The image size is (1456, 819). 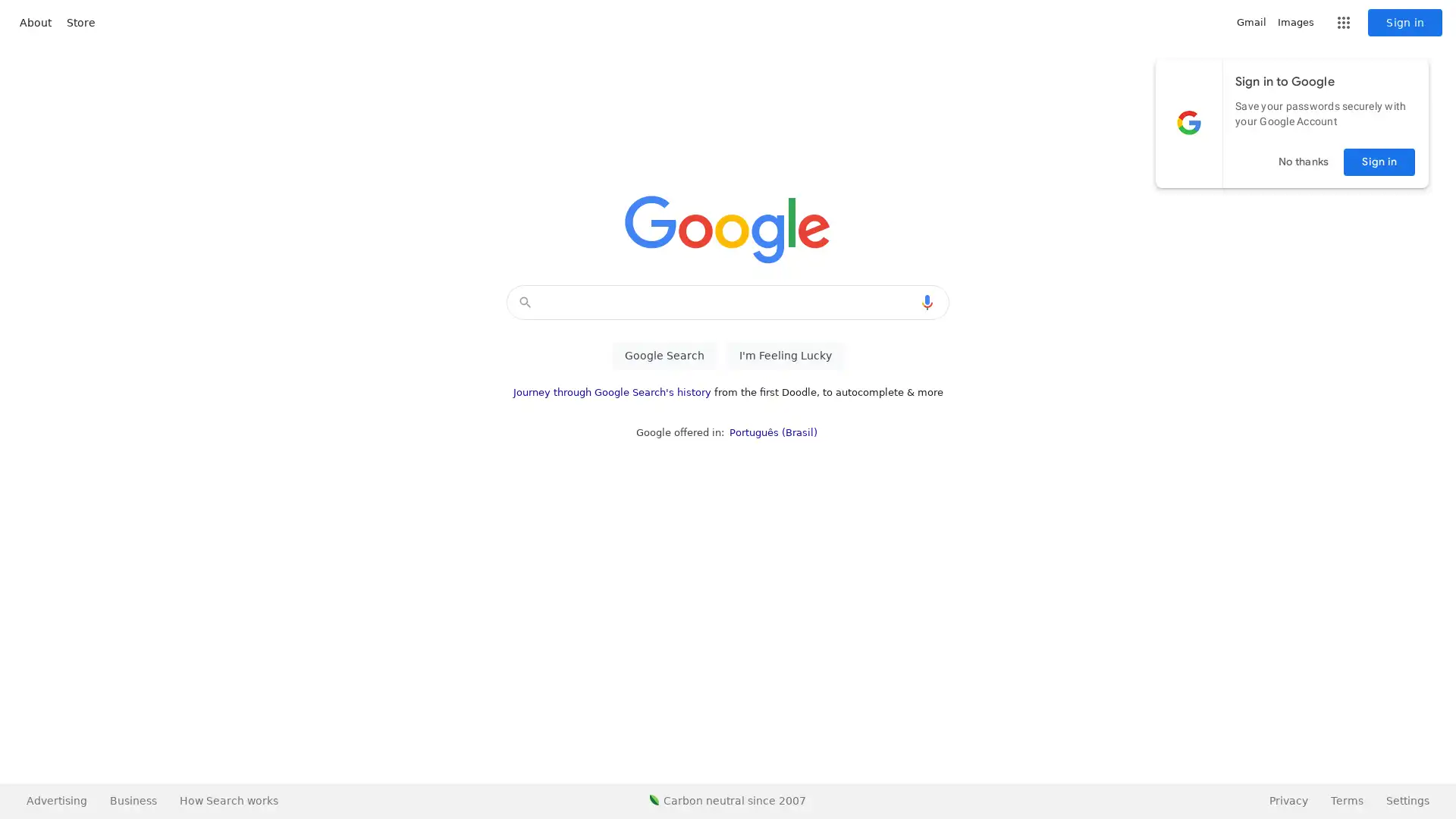 What do you see at coordinates (664, 356) in the screenshot?
I see `Google Search` at bounding box center [664, 356].